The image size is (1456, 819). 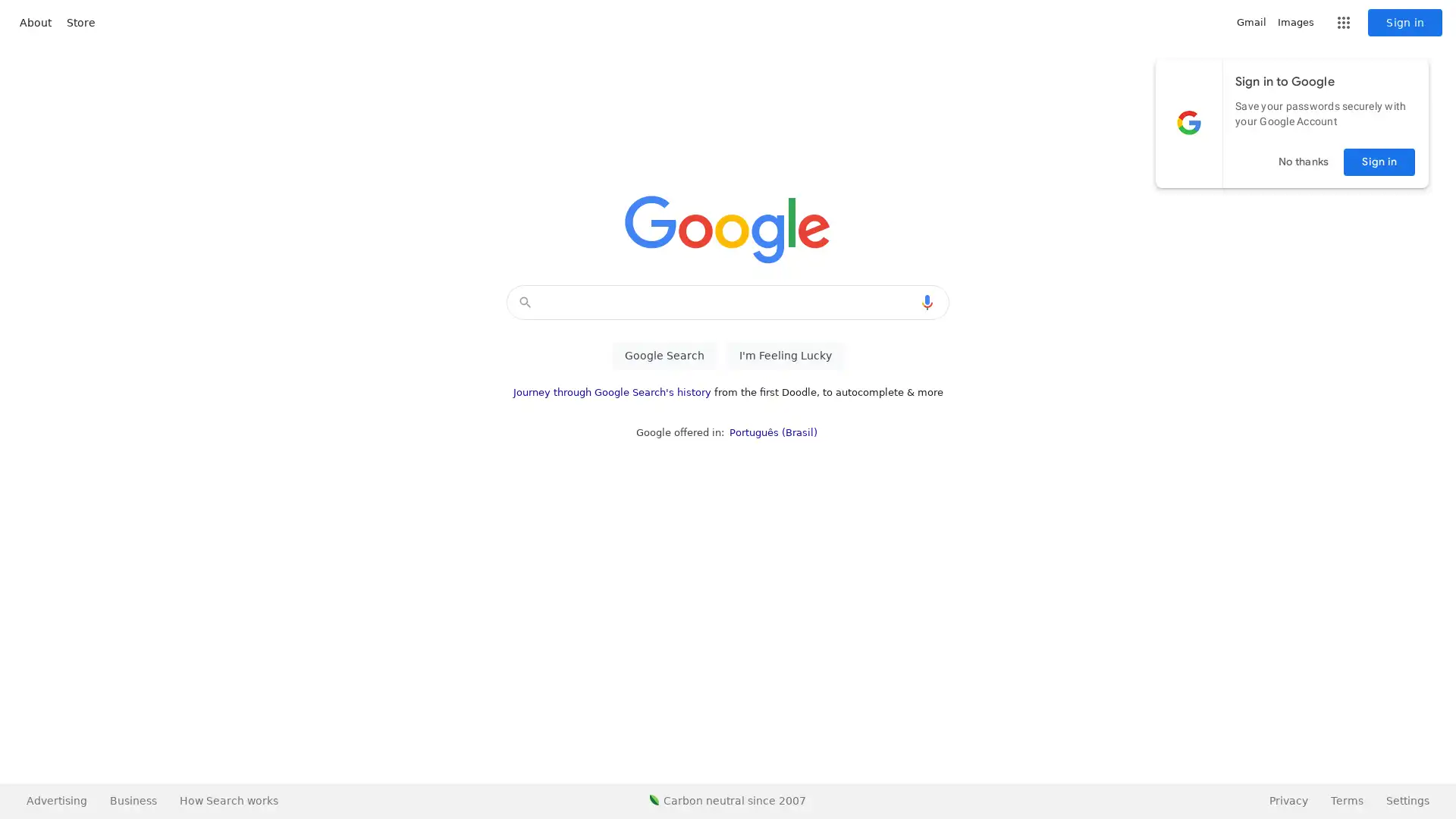 What do you see at coordinates (664, 356) in the screenshot?
I see `Google Search` at bounding box center [664, 356].